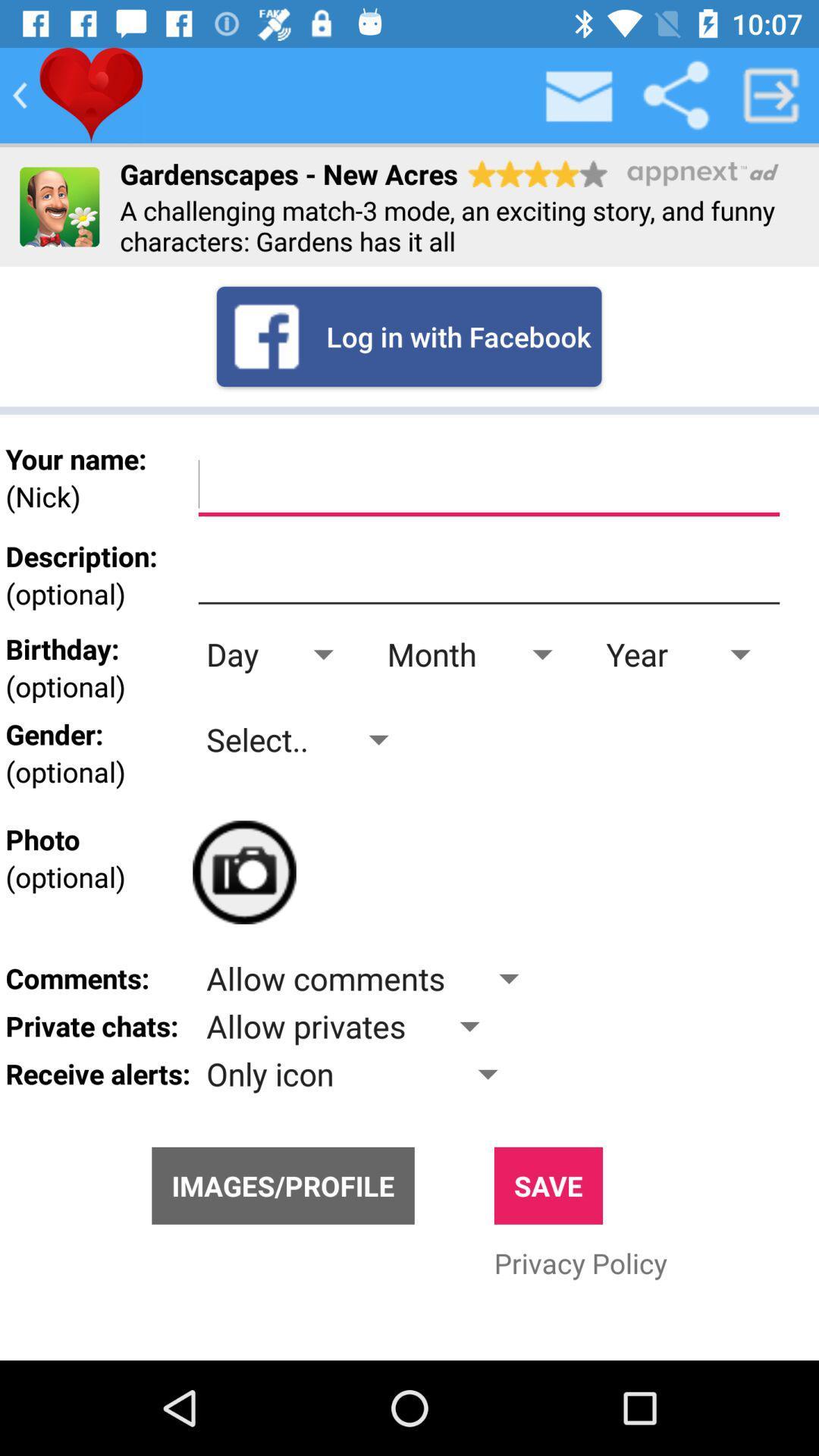 This screenshot has height=1456, width=819. What do you see at coordinates (91, 94) in the screenshot?
I see `the favorite icon` at bounding box center [91, 94].